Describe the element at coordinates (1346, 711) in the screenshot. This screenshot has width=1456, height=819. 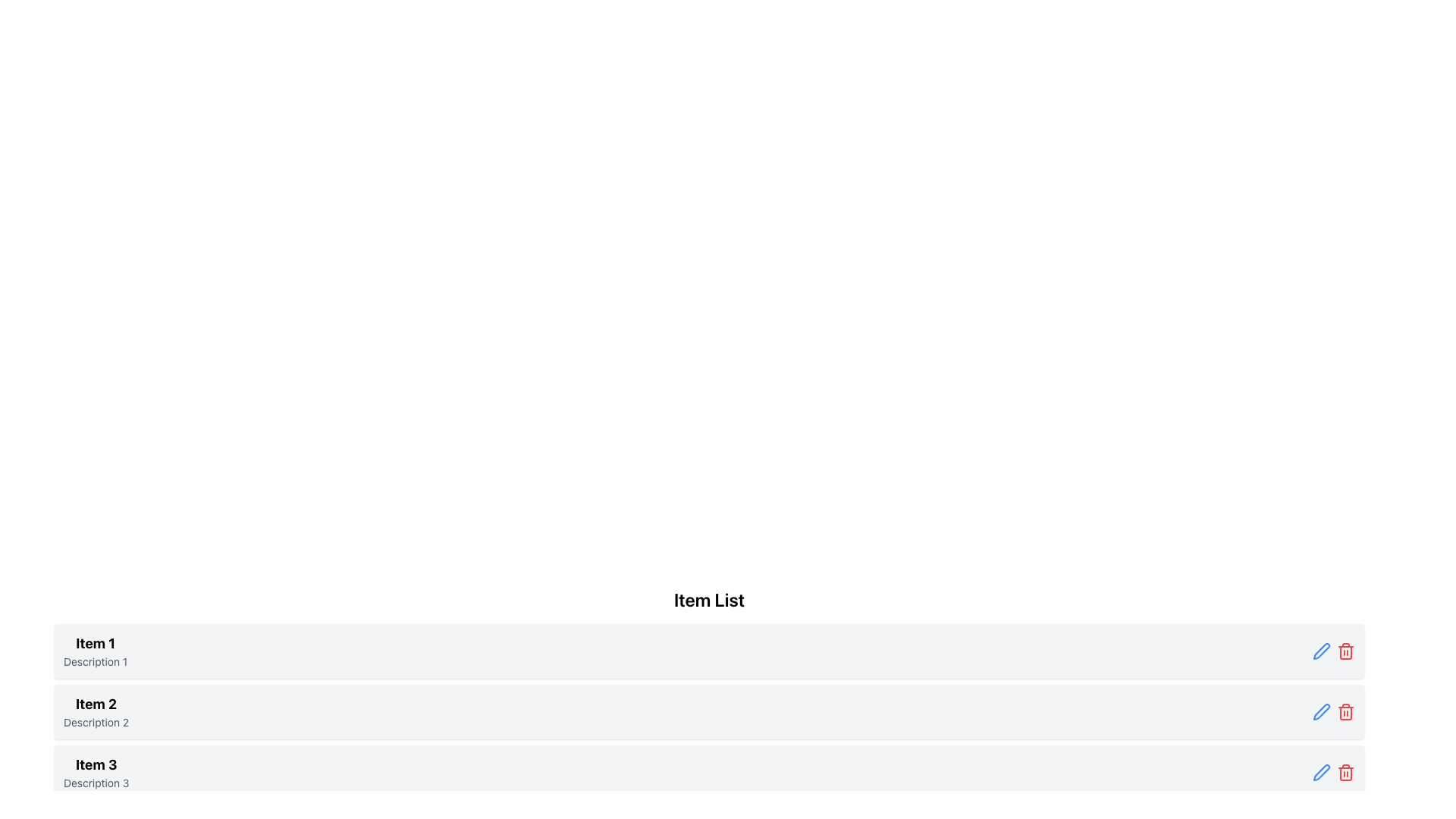
I see `the trash bin icon, which is a red delete button located at the right end of the third item in a list, using keyboard navigation` at that location.